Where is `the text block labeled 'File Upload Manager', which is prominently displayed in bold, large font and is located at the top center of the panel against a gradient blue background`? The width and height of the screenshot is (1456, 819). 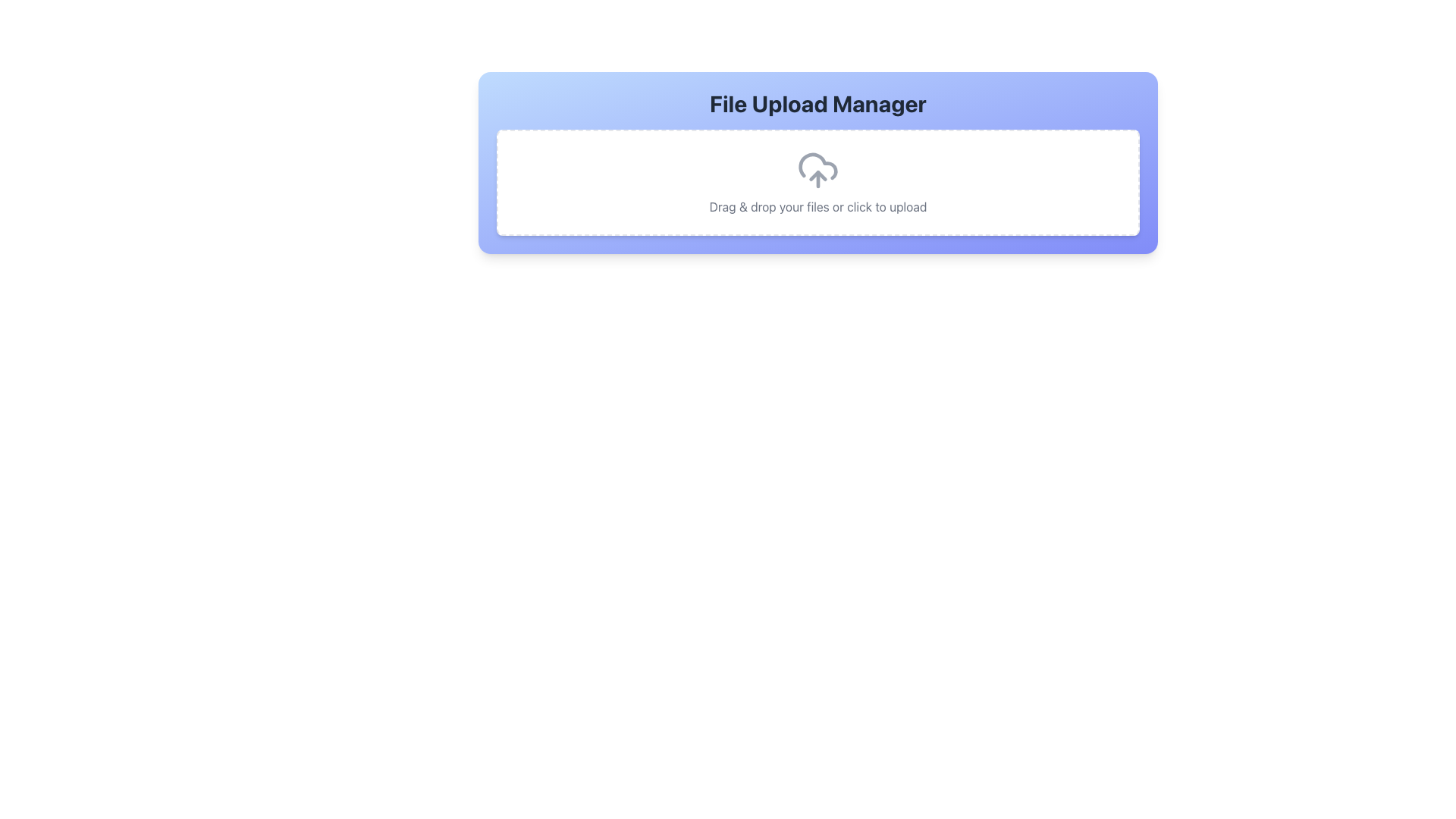
the text block labeled 'File Upload Manager', which is prominently displayed in bold, large font and is located at the top center of the panel against a gradient blue background is located at coordinates (817, 103).